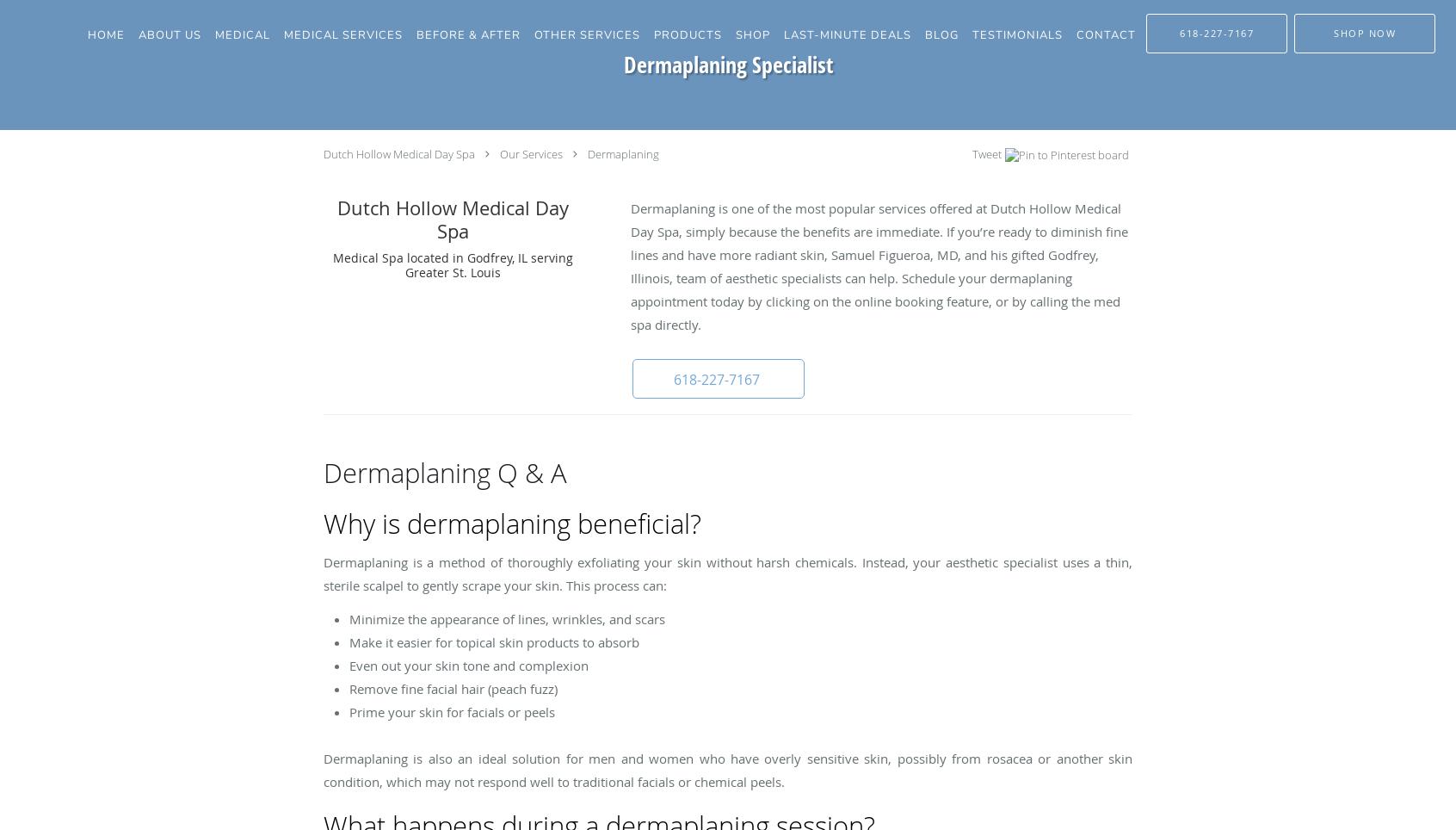 The height and width of the screenshot is (830, 1456). Describe the element at coordinates (727, 64) in the screenshot. I see `'Dermaplaning Specialist'` at that location.